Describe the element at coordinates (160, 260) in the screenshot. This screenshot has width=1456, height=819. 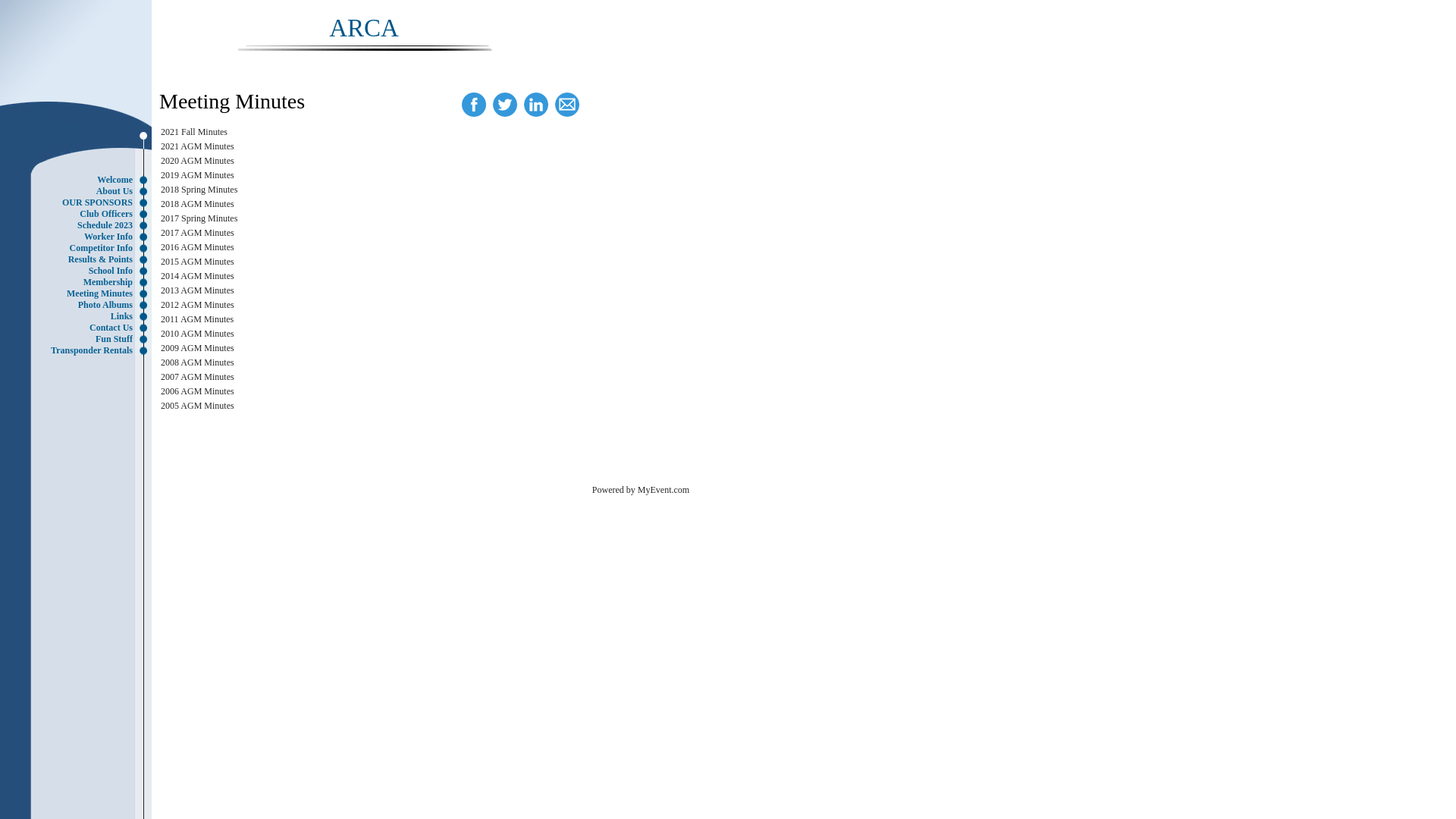
I see `'2015 AGM Minutes'` at that location.